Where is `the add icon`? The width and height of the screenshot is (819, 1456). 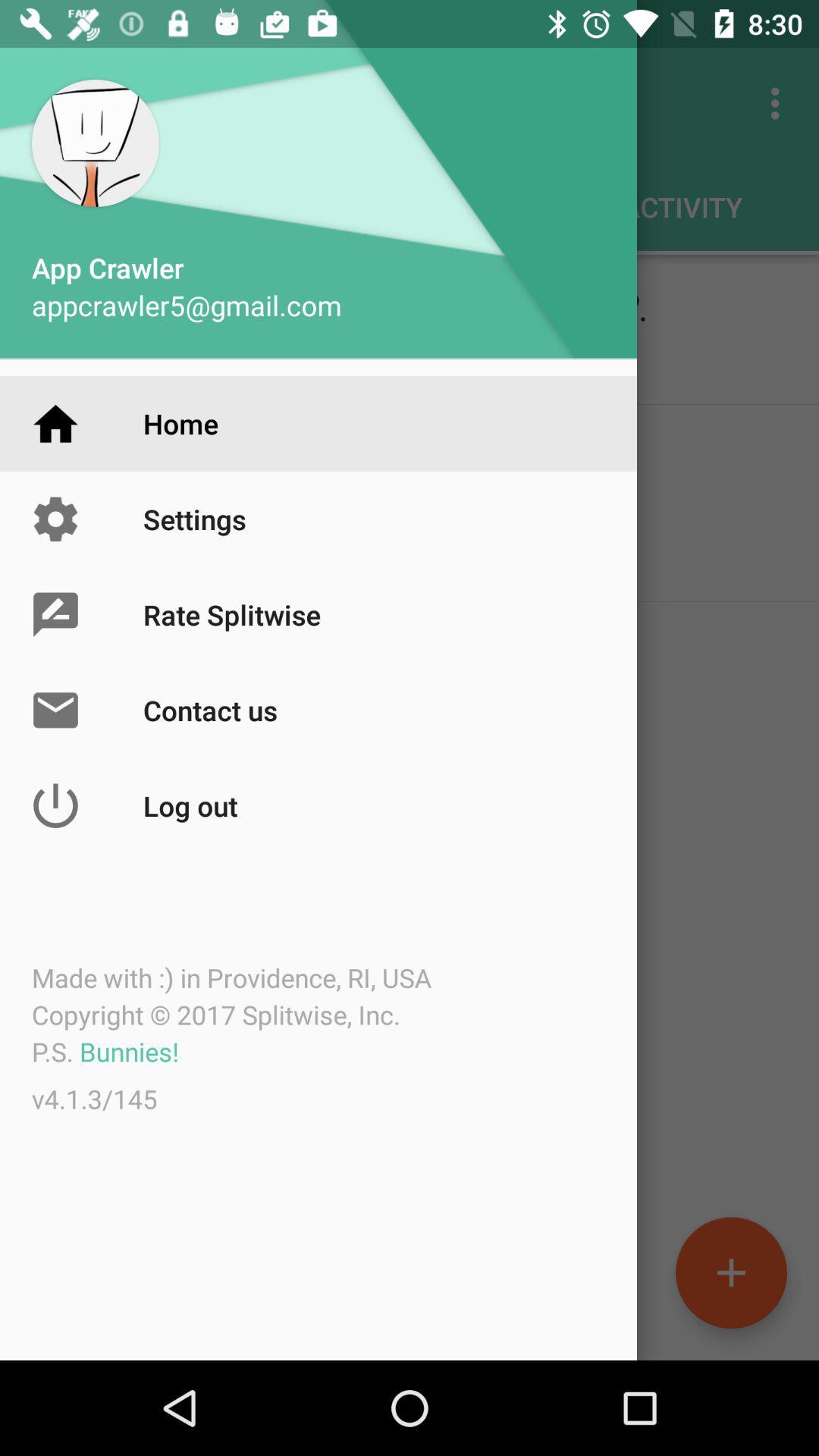
the add icon is located at coordinates (730, 1272).